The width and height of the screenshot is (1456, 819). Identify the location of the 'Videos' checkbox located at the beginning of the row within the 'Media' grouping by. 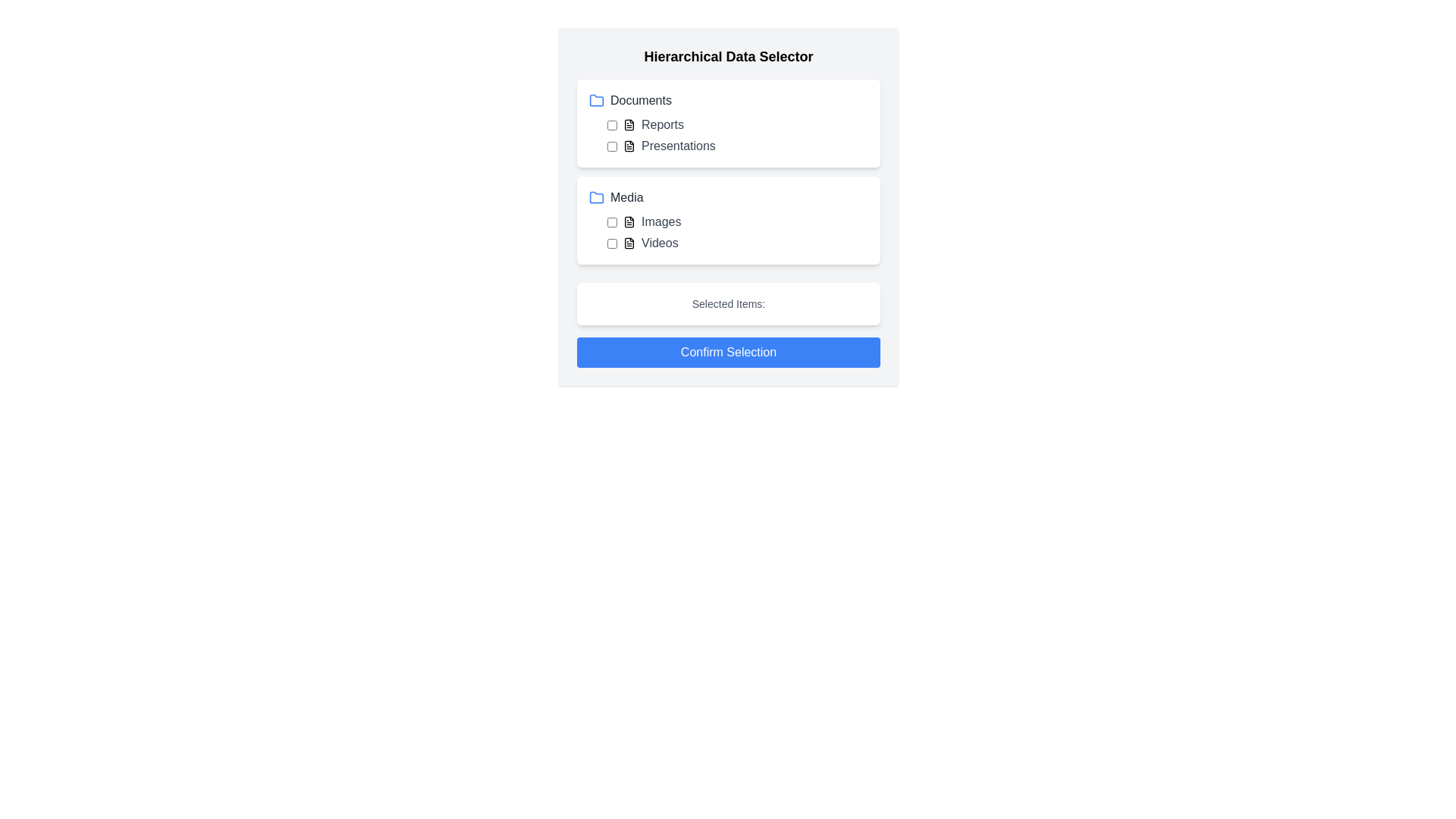
(612, 242).